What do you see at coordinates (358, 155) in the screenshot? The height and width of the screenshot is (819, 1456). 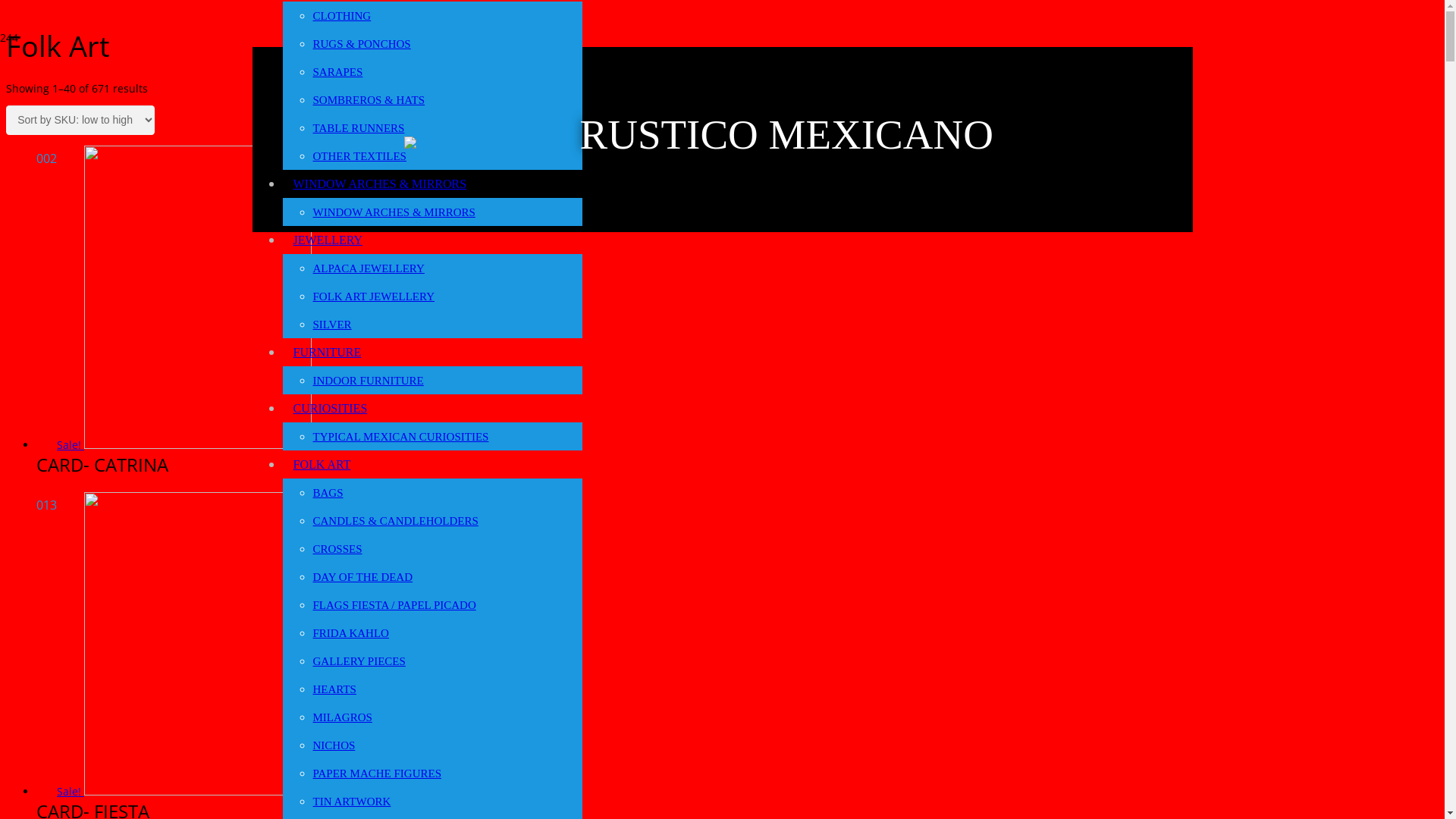 I see `'OTHER TEXTILES'` at bounding box center [358, 155].